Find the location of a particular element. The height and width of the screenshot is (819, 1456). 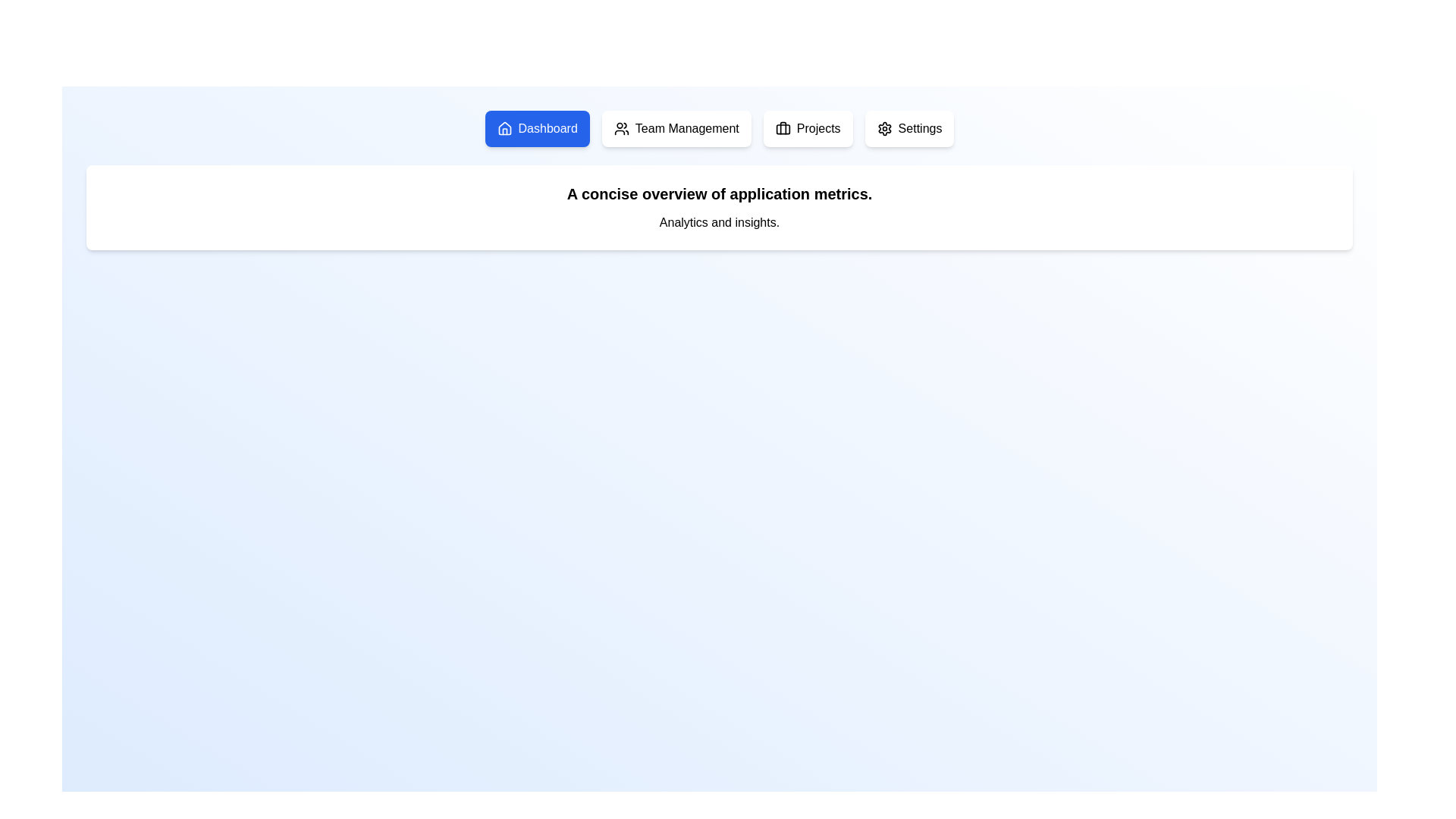

the 'Team Management' text label is located at coordinates (686, 127).